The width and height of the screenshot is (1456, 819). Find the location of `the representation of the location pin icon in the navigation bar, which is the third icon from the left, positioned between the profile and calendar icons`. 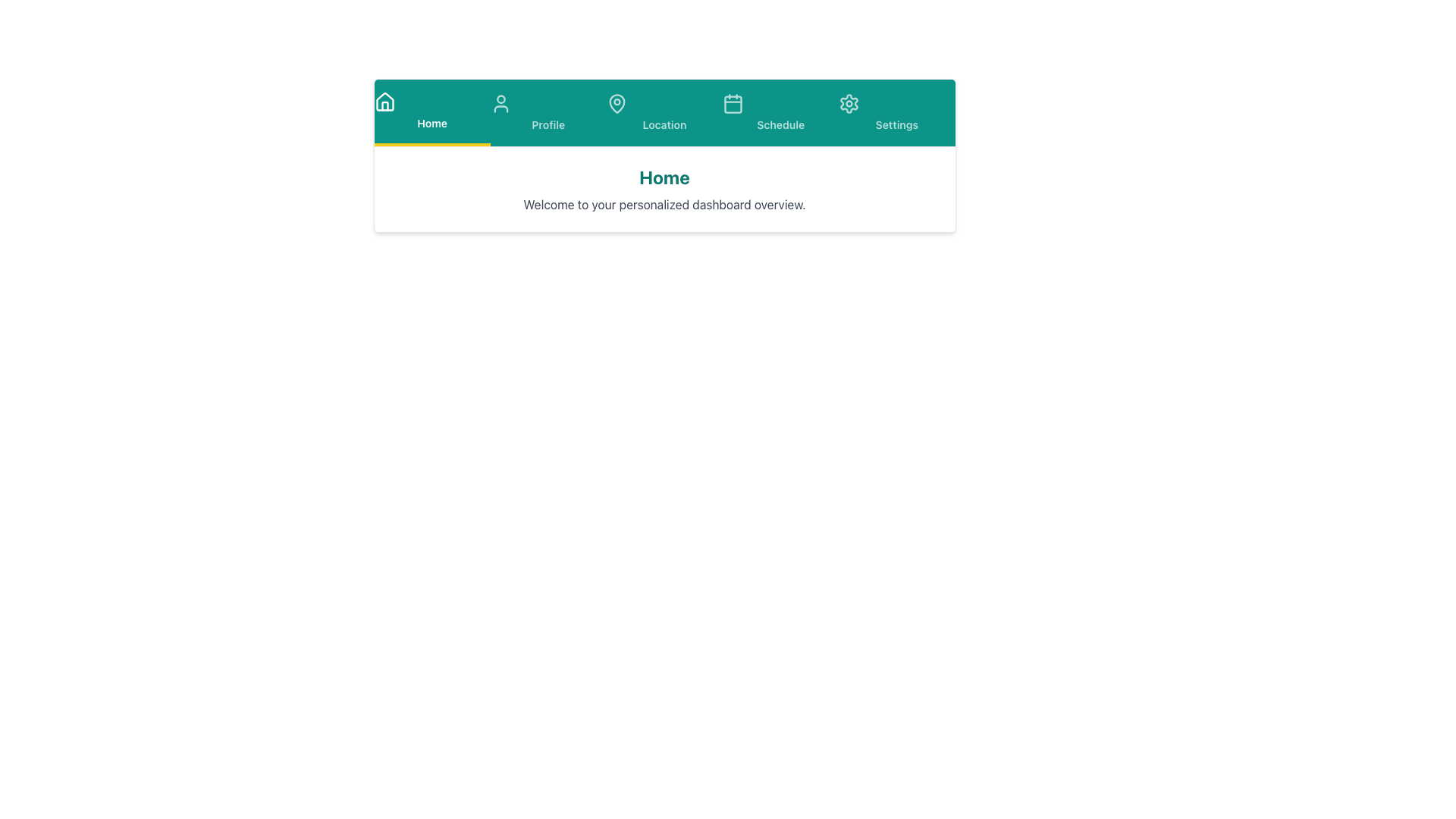

the representation of the location pin icon in the navigation bar, which is the third icon from the left, positioned between the profile and calendar icons is located at coordinates (617, 103).